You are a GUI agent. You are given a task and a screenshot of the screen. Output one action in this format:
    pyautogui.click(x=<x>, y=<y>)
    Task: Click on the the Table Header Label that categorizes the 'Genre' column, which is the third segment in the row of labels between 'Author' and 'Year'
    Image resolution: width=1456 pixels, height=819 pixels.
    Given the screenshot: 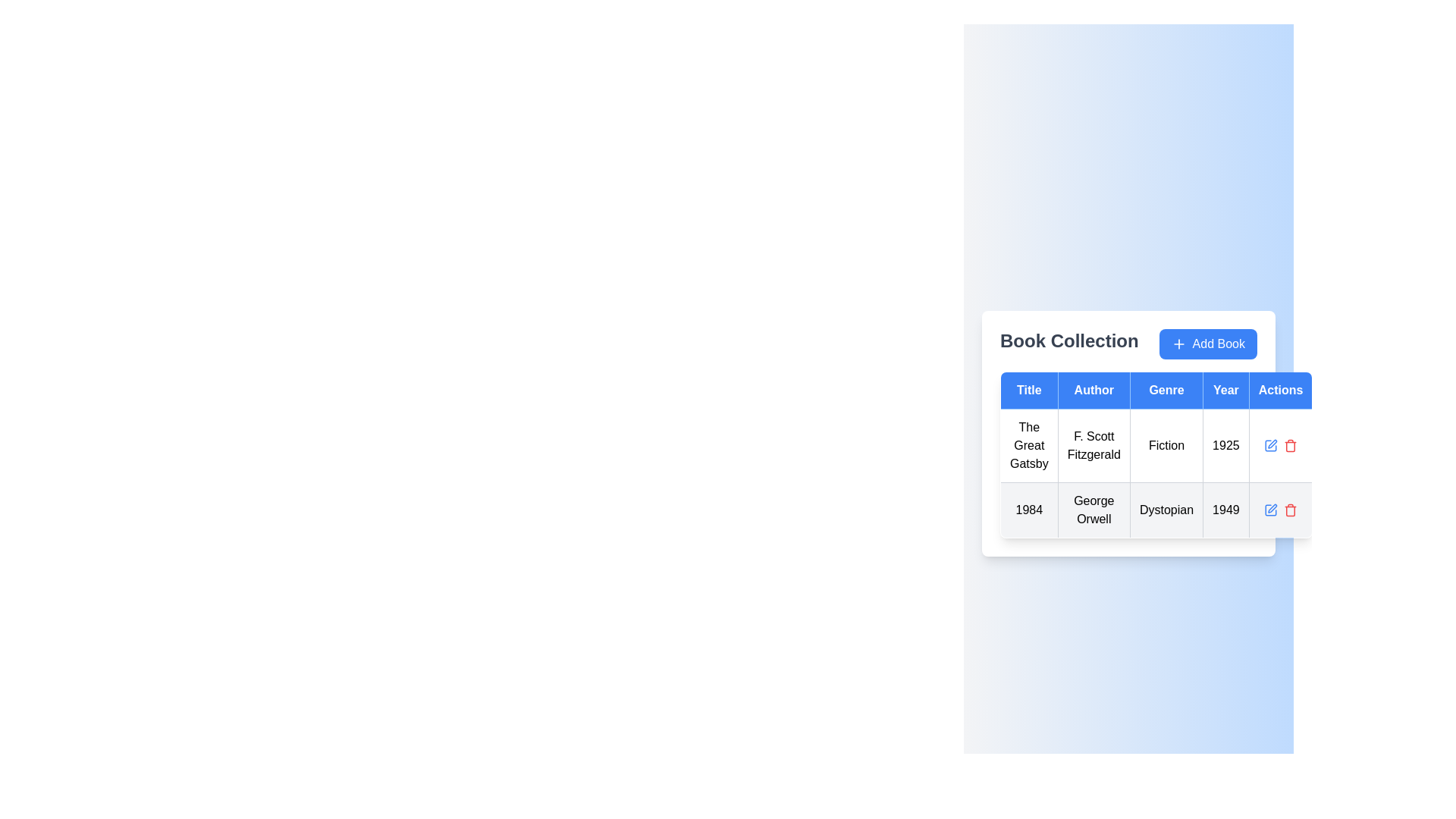 What is the action you would take?
    pyautogui.click(x=1166, y=390)
    